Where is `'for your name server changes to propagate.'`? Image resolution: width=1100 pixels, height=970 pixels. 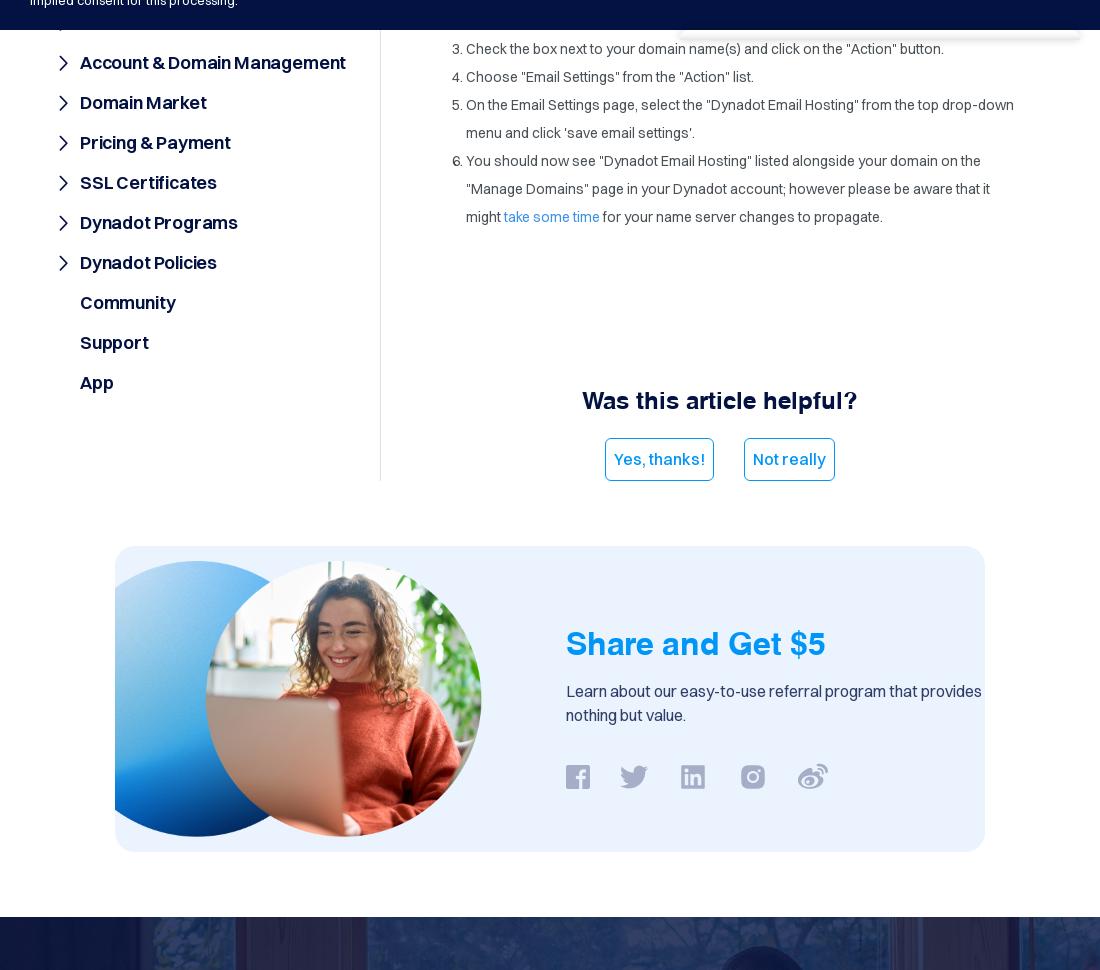 'for your name server changes to propagate.' is located at coordinates (740, 216).